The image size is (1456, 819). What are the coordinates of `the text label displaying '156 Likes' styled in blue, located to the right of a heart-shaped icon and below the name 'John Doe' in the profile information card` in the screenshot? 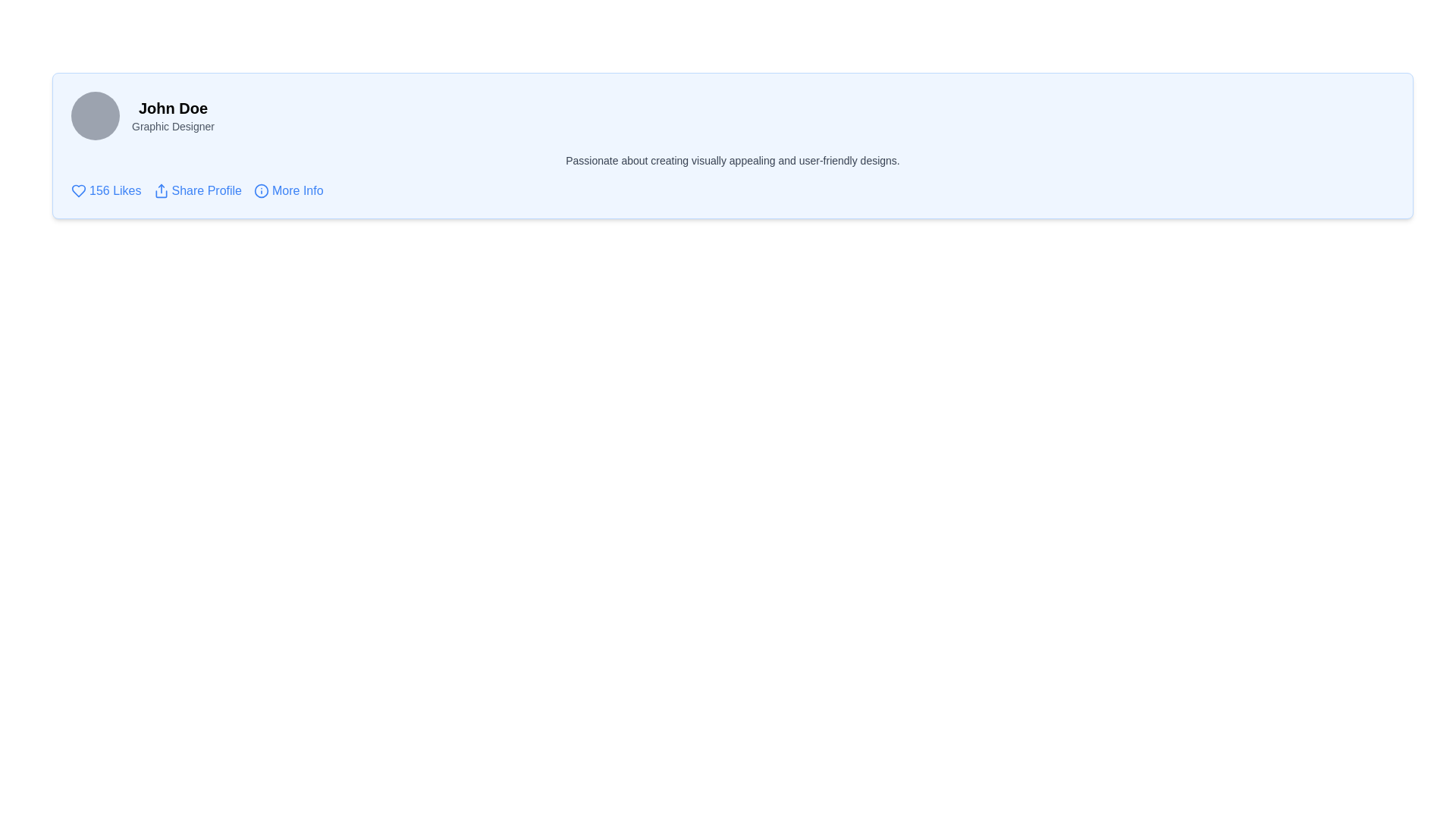 It's located at (115, 190).